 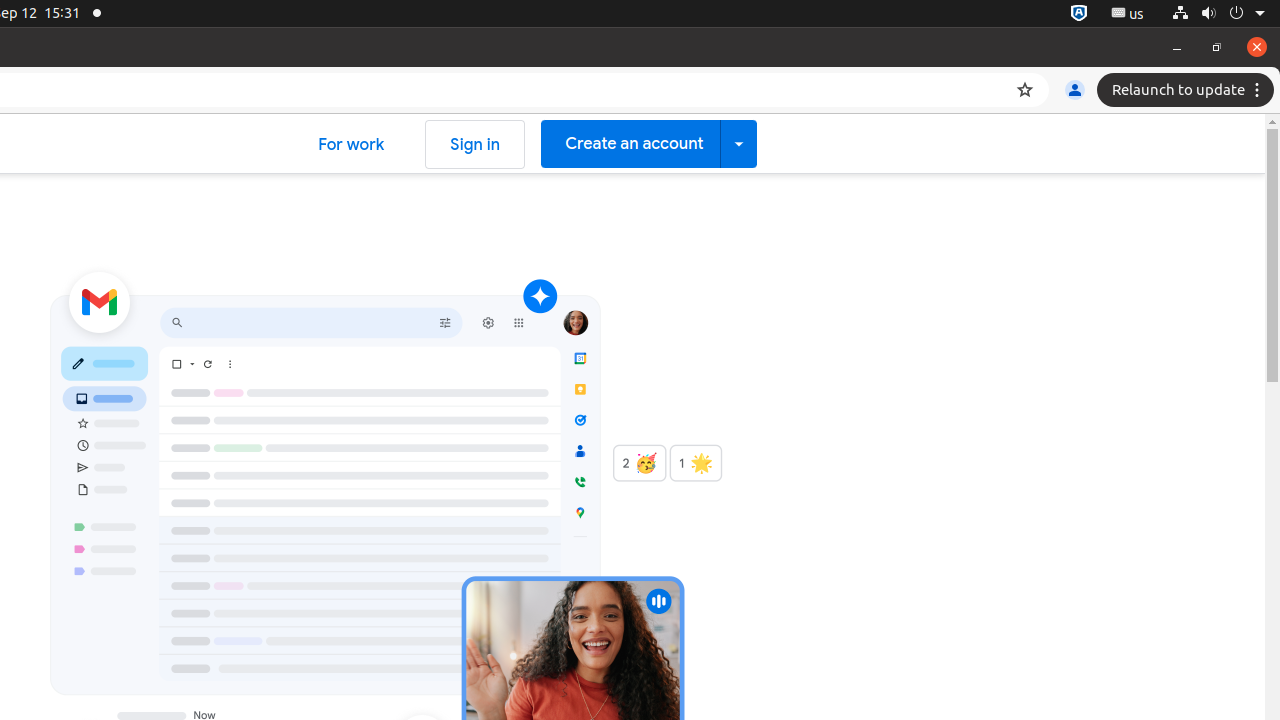 I want to click on 'Relaunch to update', so click(x=1188, y=90).